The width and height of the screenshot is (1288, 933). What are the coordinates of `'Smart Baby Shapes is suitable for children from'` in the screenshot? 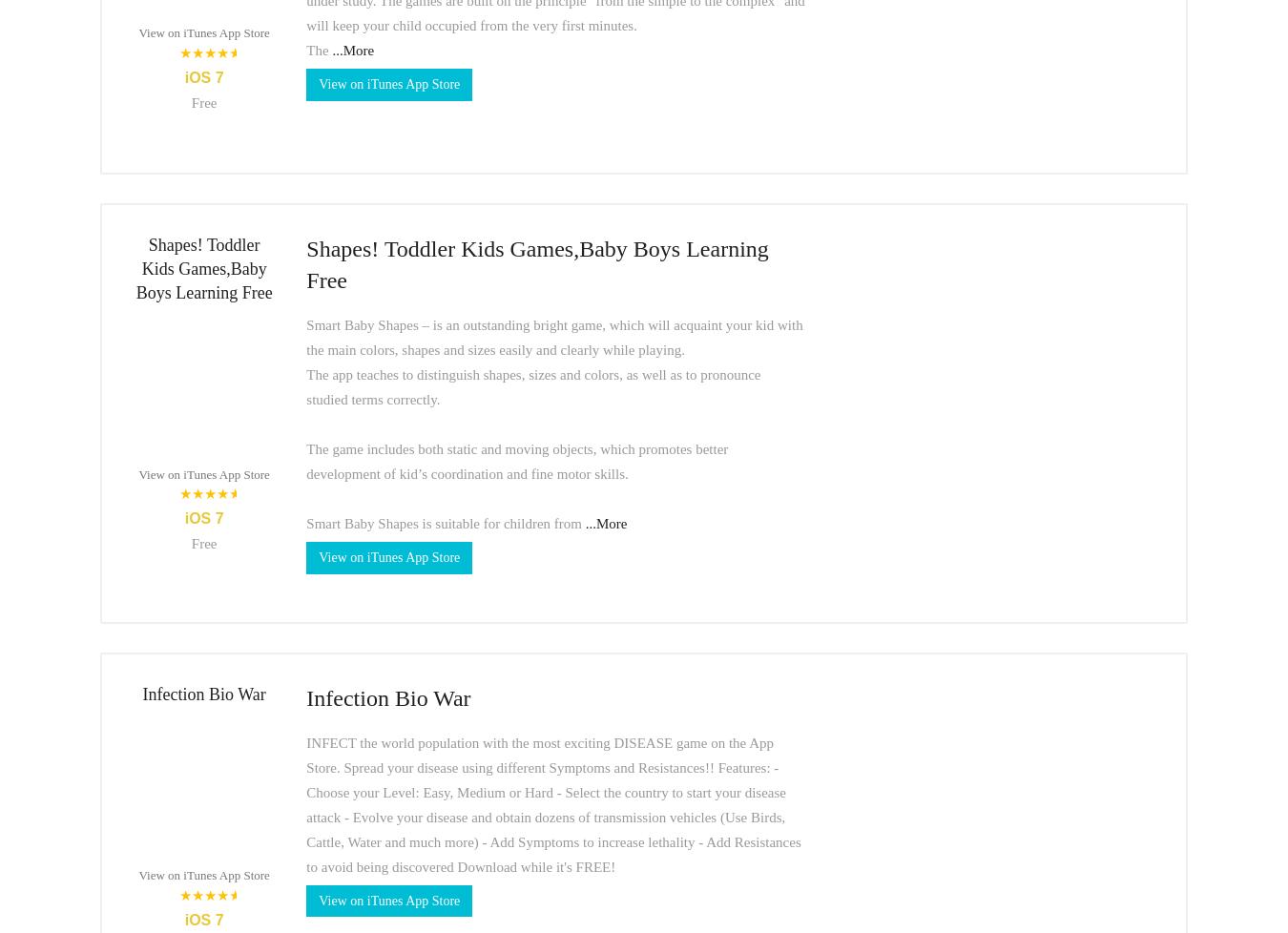 It's located at (444, 522).